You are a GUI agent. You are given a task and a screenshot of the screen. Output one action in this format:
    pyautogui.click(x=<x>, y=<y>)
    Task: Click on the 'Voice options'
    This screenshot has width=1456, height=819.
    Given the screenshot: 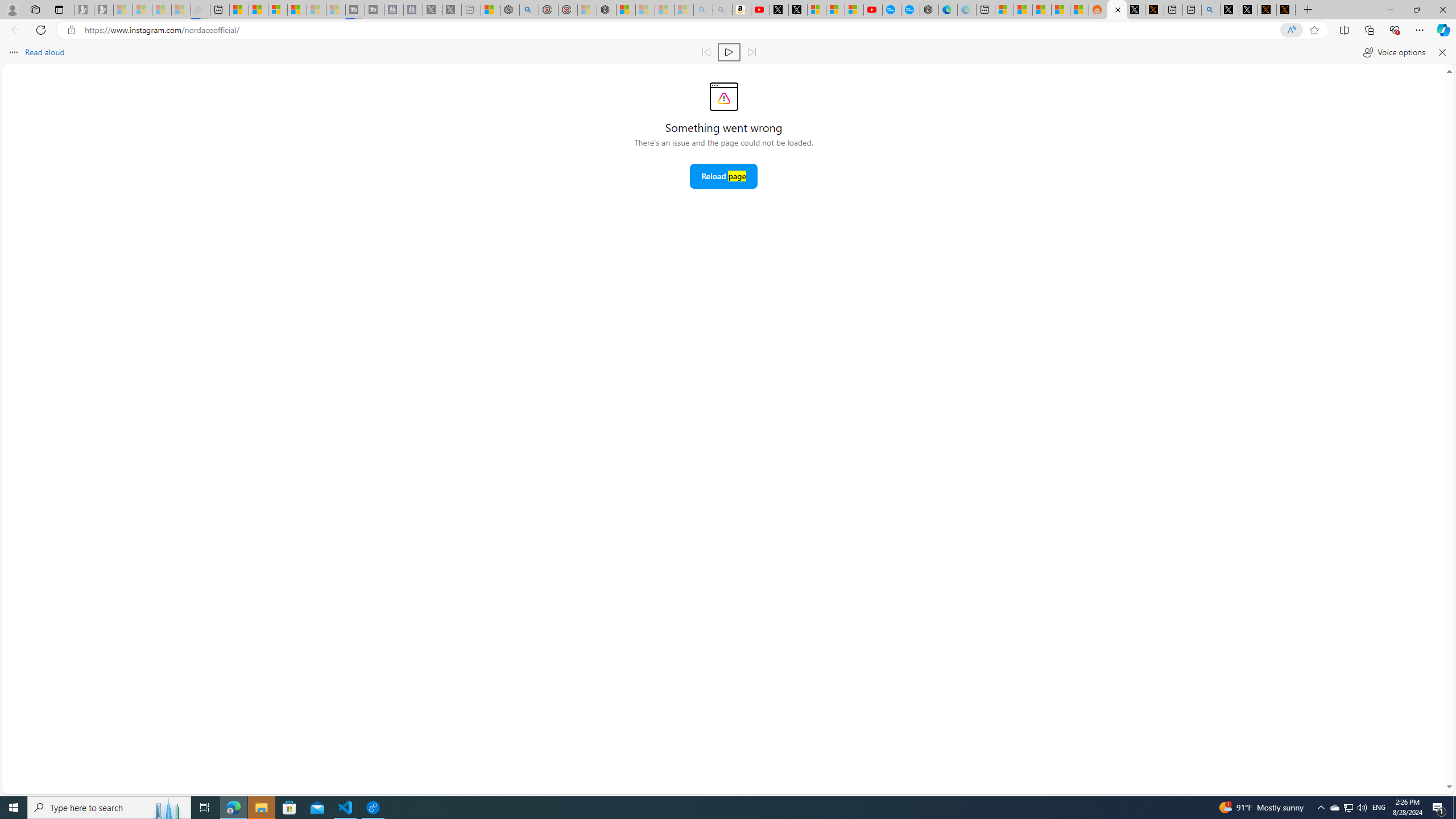 What is the action you would take?
    pyautogui.click(x=1393, y=52)
    